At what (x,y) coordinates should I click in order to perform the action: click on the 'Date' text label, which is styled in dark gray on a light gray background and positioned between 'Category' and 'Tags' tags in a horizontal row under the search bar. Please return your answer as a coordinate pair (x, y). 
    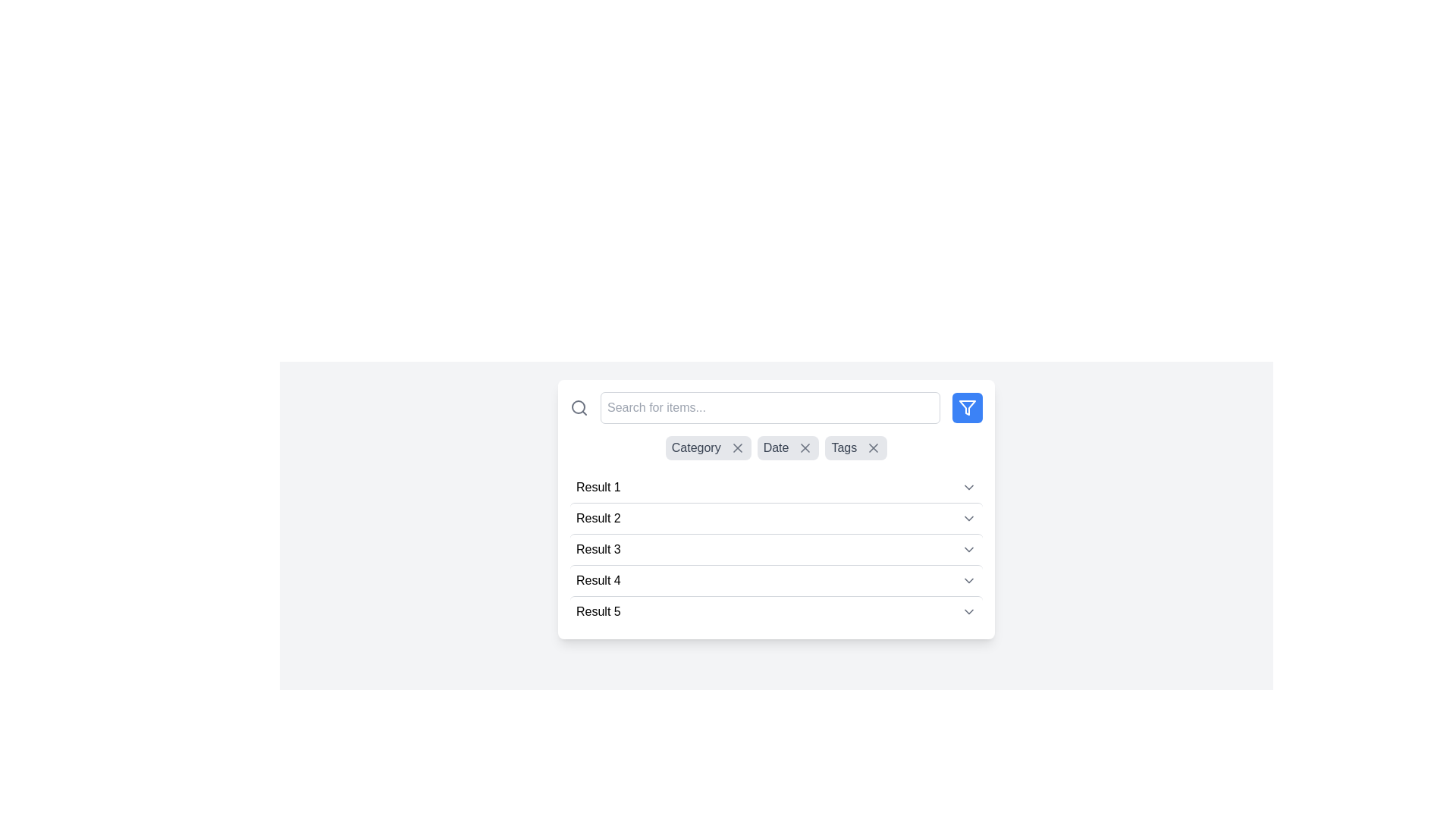
    Looking at the image, I should click on (776, 447).